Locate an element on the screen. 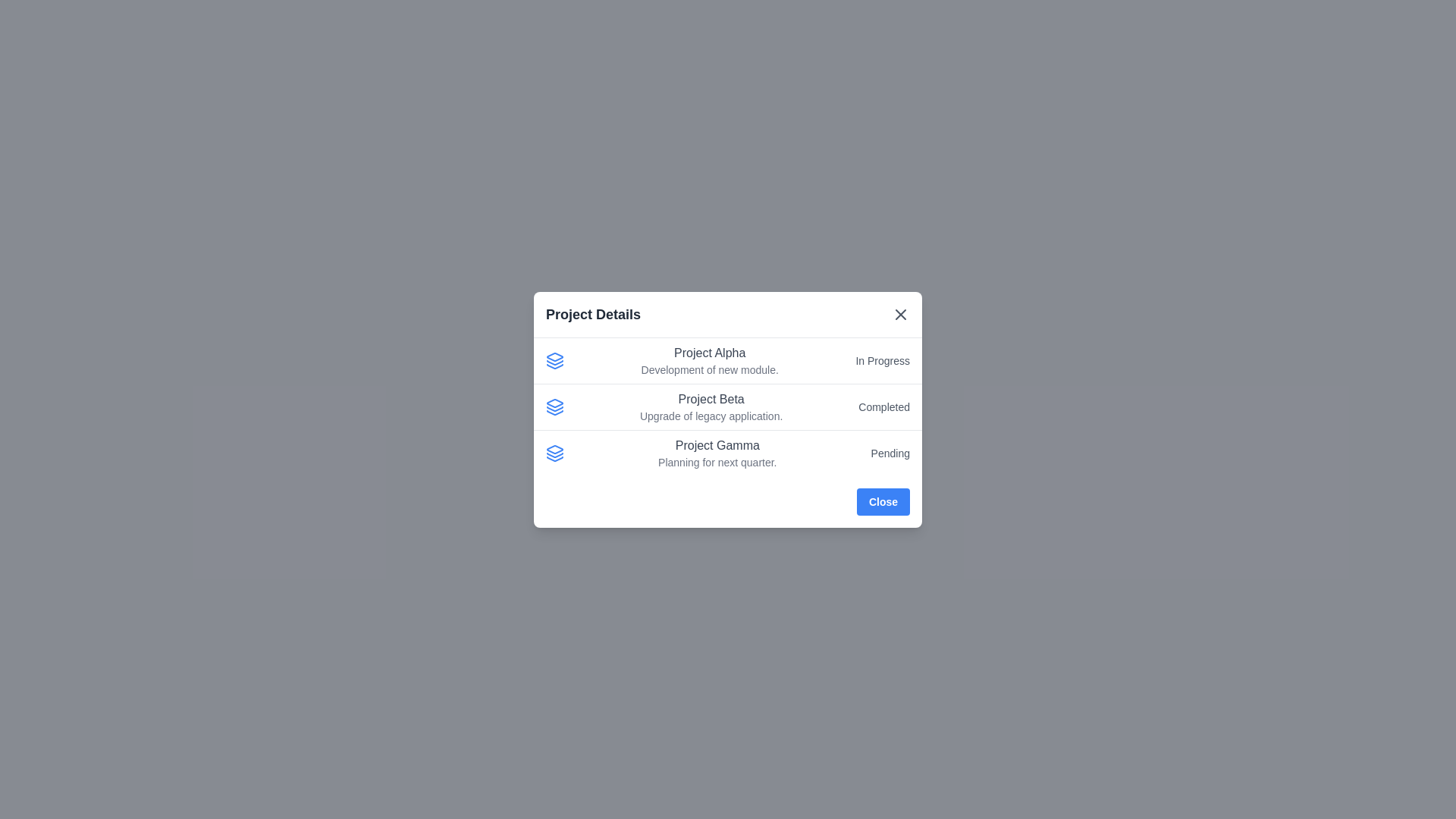 This screenshot has height=819, width=1456. 'Close' button at the bottom right of the dialog is located at coordinates (883, 501).